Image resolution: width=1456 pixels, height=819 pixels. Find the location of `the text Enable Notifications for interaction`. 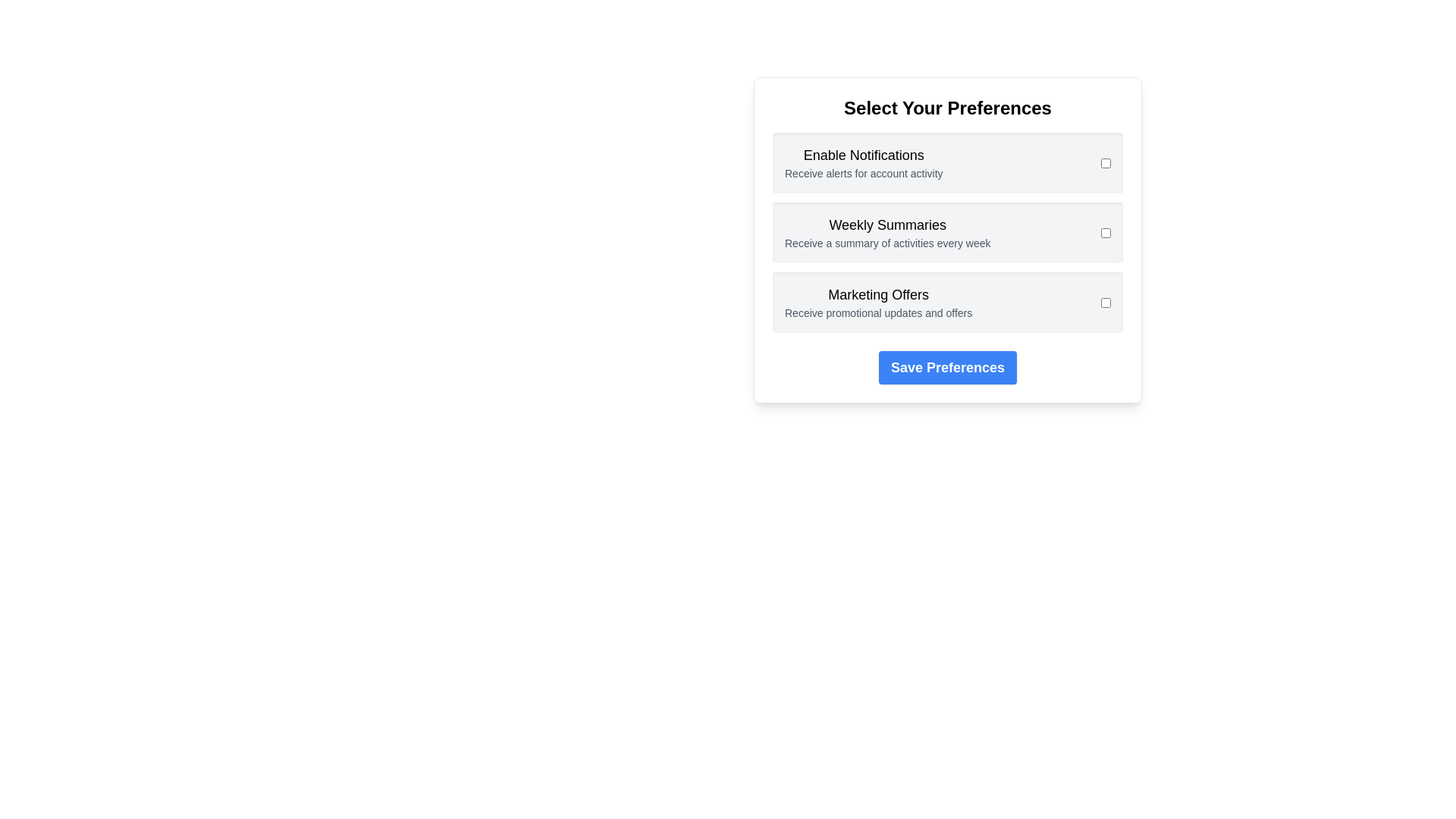

the text Enable Notifications for interaction is located at coordinates (863, 155).